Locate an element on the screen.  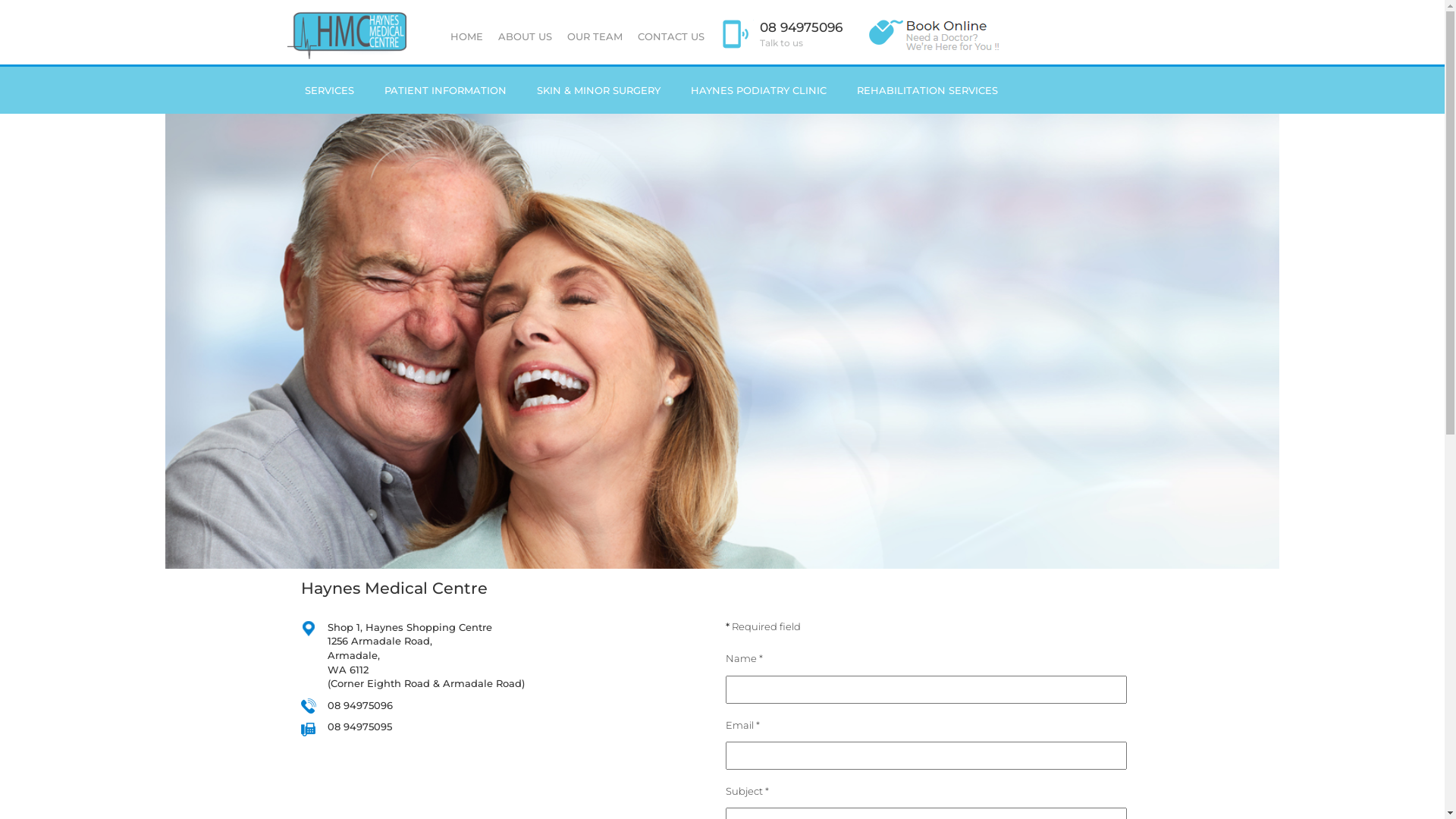
'SKIN & MINOR SURGERY' is located at coordinates (521, 90).